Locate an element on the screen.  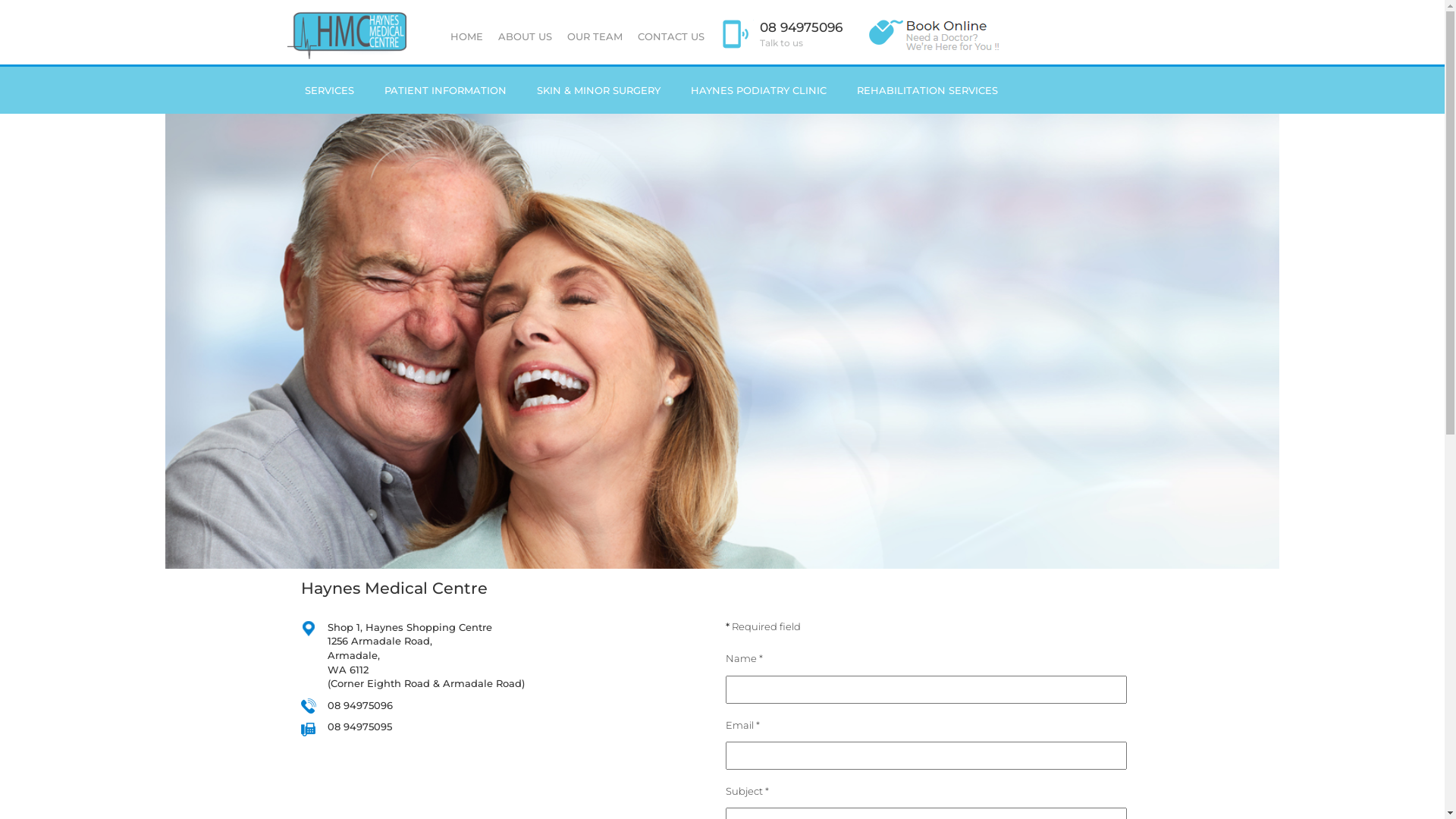
'SKIN & MINOR SURGERY' is located at coordinates (521, 90).